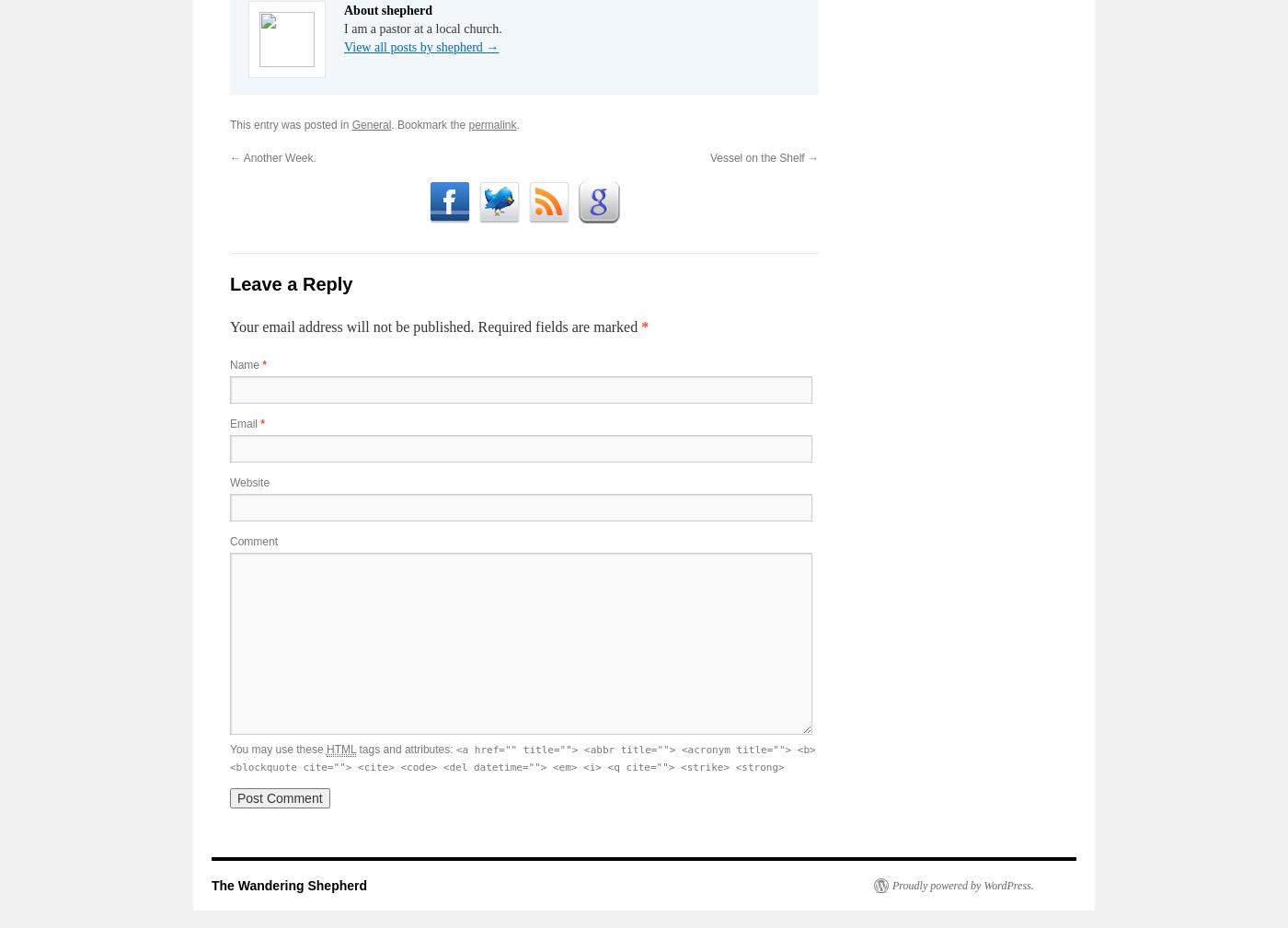  What do you see at coordinates (406, 749) in the screenshot?
I see `'tags and attributes:'` at bounding box center [406, 749].